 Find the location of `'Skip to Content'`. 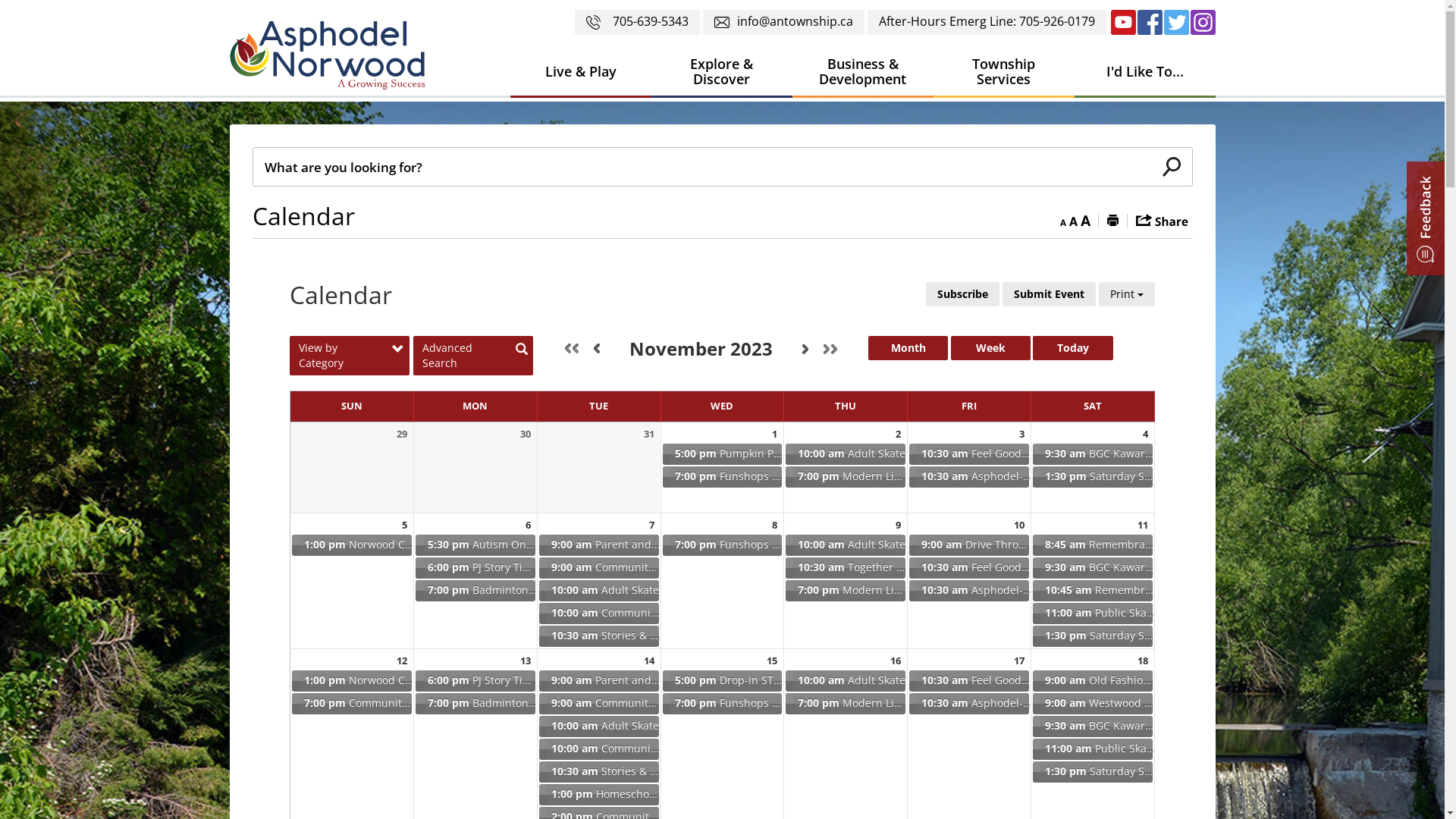

'Skip to Content' is located at coordinates (0, 0).